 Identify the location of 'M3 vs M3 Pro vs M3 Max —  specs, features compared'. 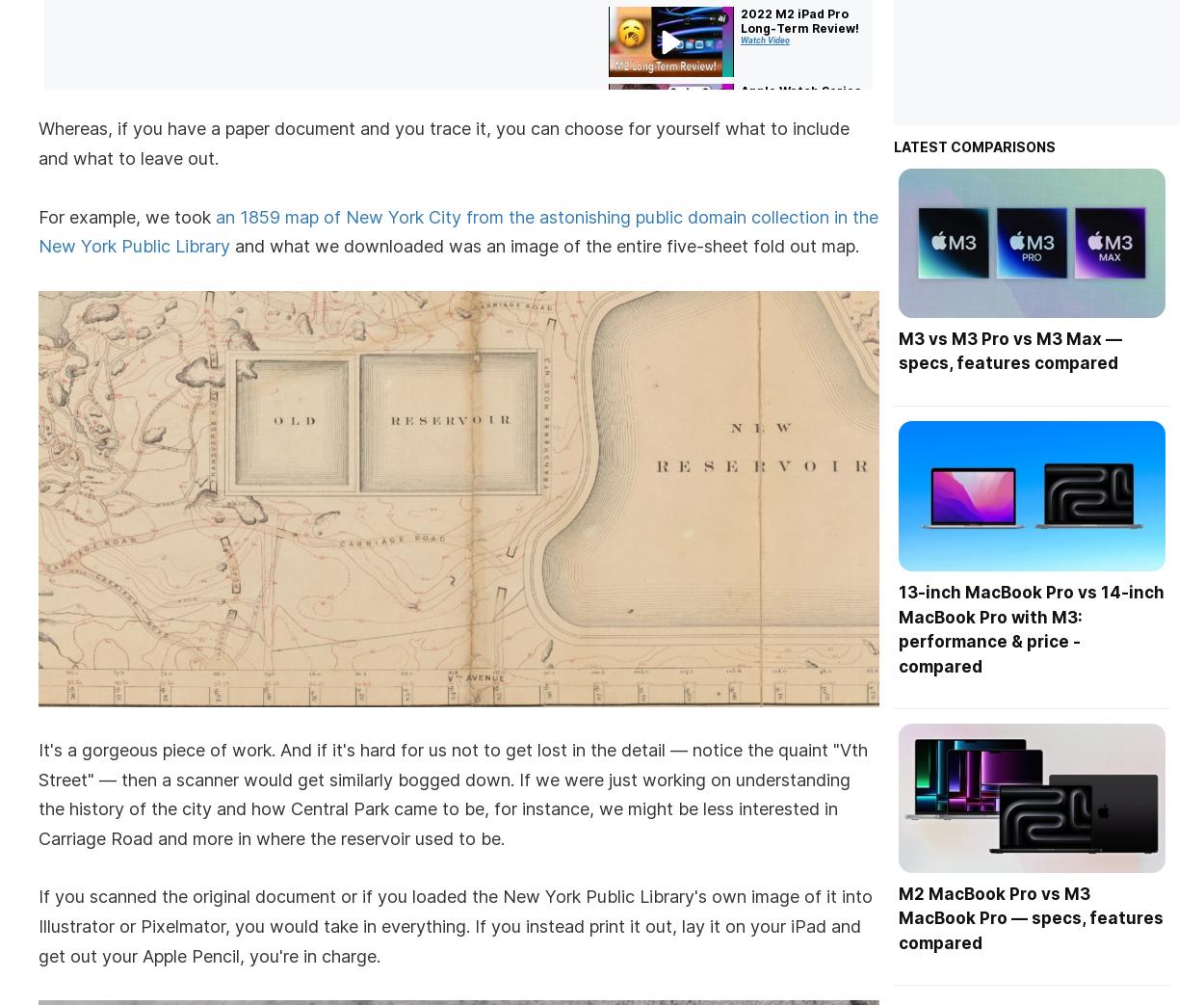
(1009, 350).